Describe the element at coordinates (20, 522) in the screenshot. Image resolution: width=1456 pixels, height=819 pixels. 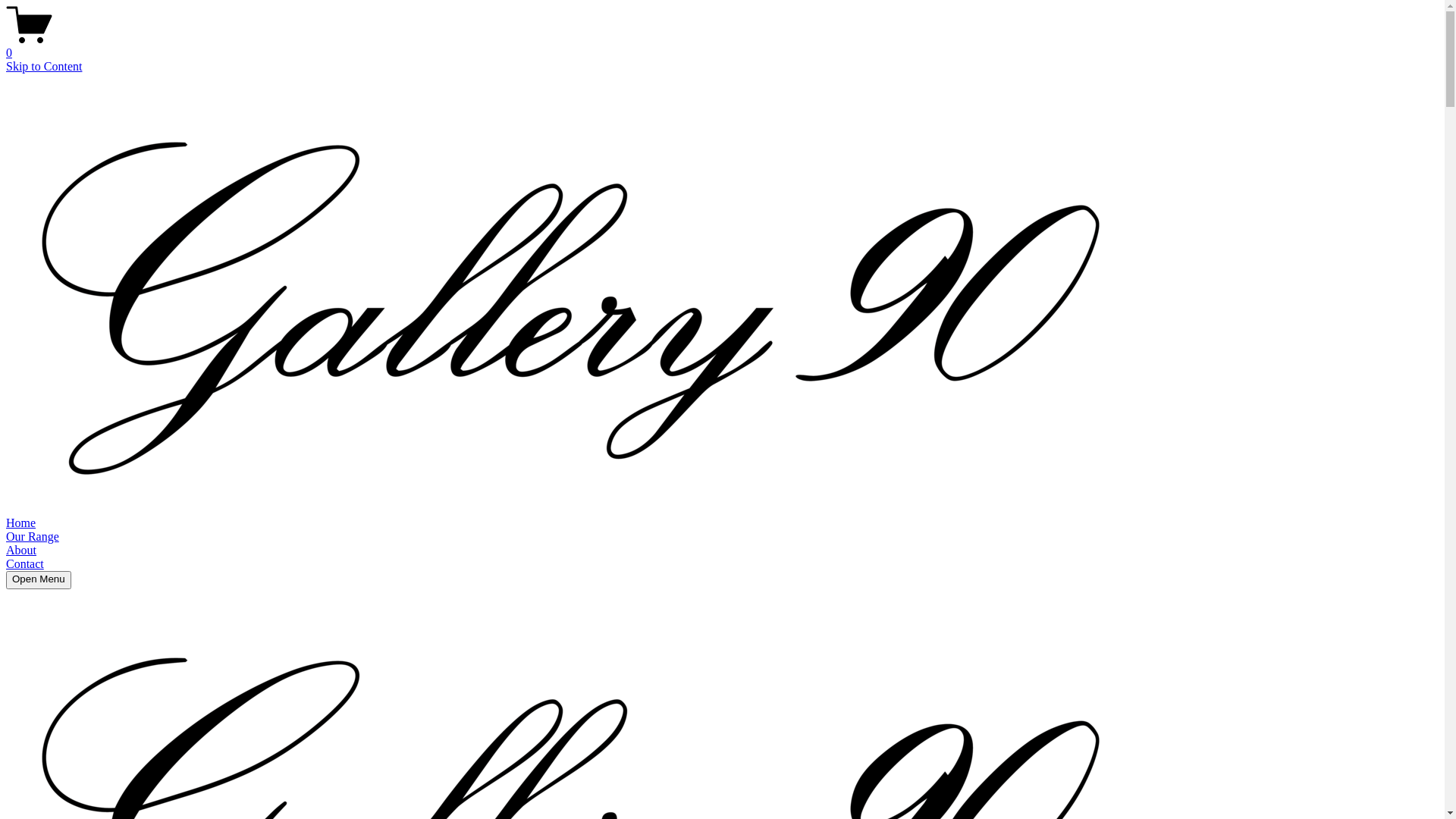
I see `'Home'` at that location.